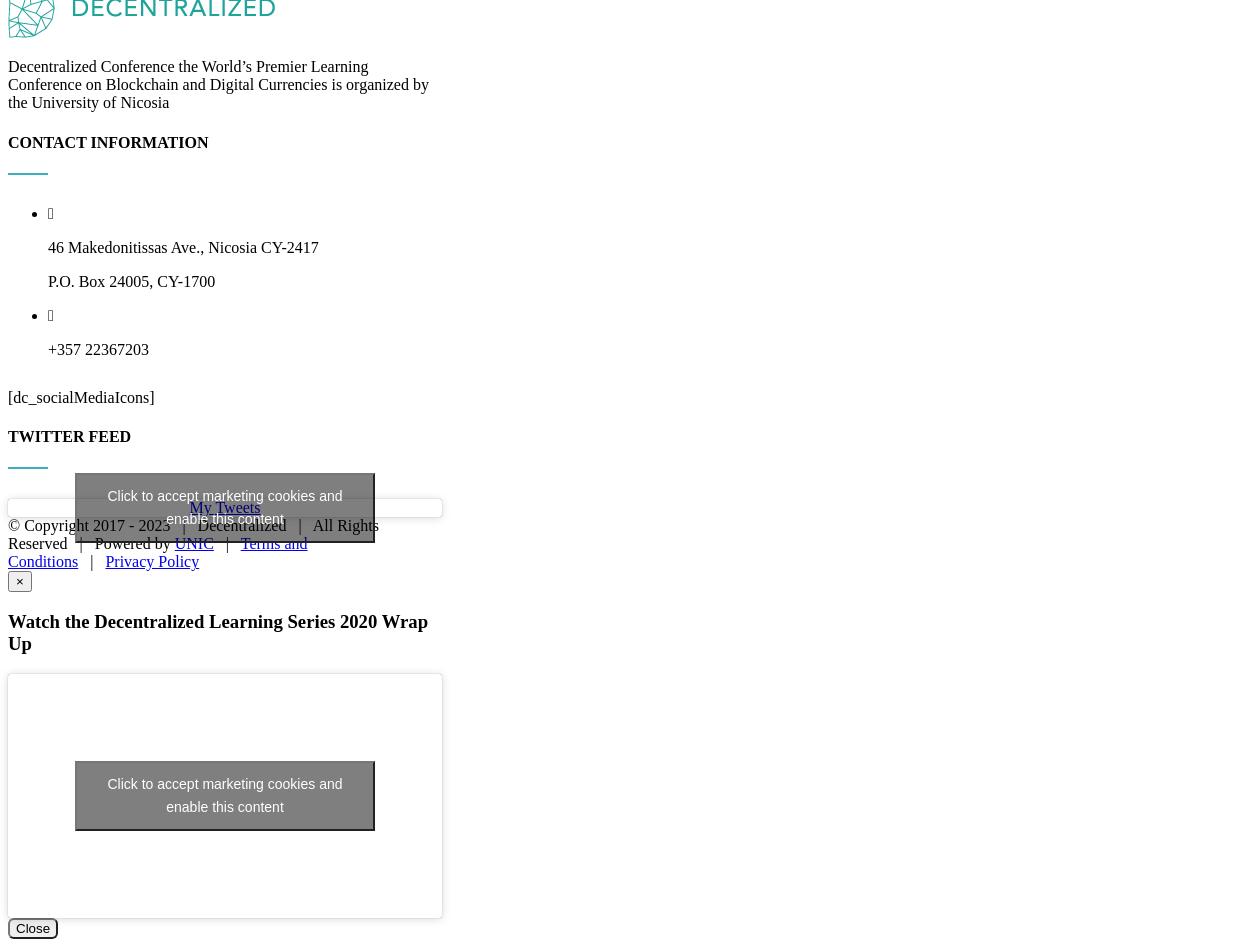 The image size is (1248, 946). Describe the element at coordinates (97, 550) in the screenshot. I see `'+357 22367203'` at that location.